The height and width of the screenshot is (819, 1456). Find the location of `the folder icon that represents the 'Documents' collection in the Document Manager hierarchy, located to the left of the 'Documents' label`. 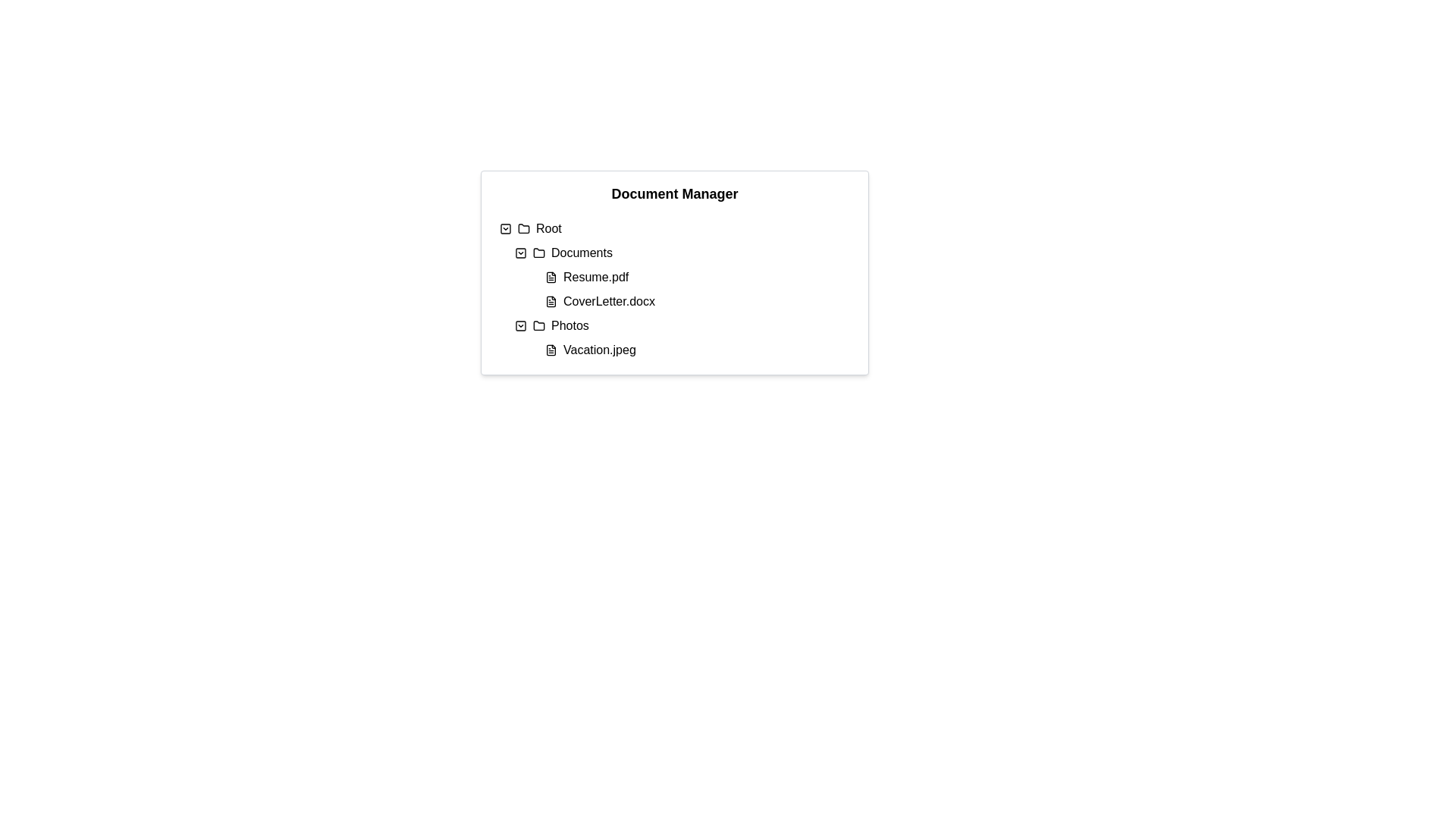

the folder icon that represents the 'Documents' collection in the Document Manager hierarchy, located to the left of the 'Documents' label is located at coordinates (538, 251).